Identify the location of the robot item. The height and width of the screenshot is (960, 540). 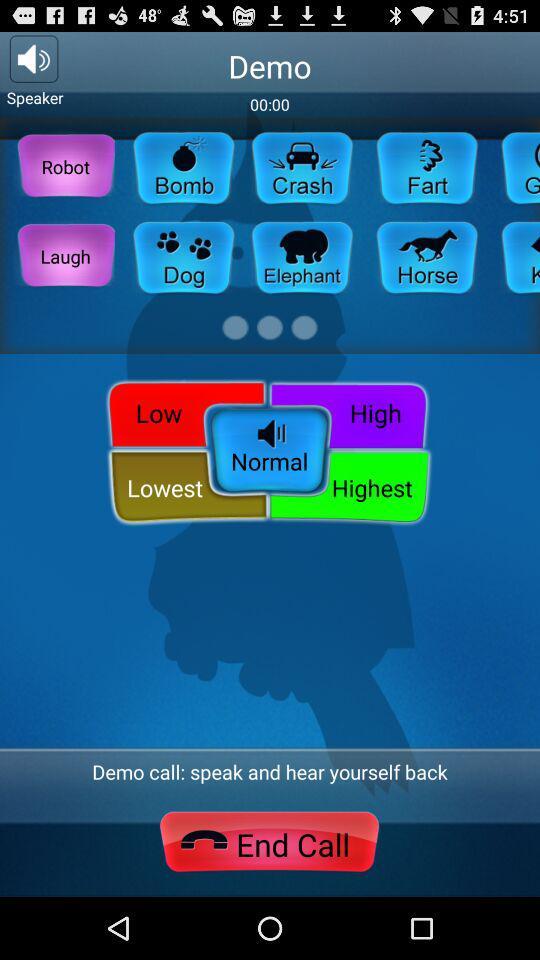
(65, 165).